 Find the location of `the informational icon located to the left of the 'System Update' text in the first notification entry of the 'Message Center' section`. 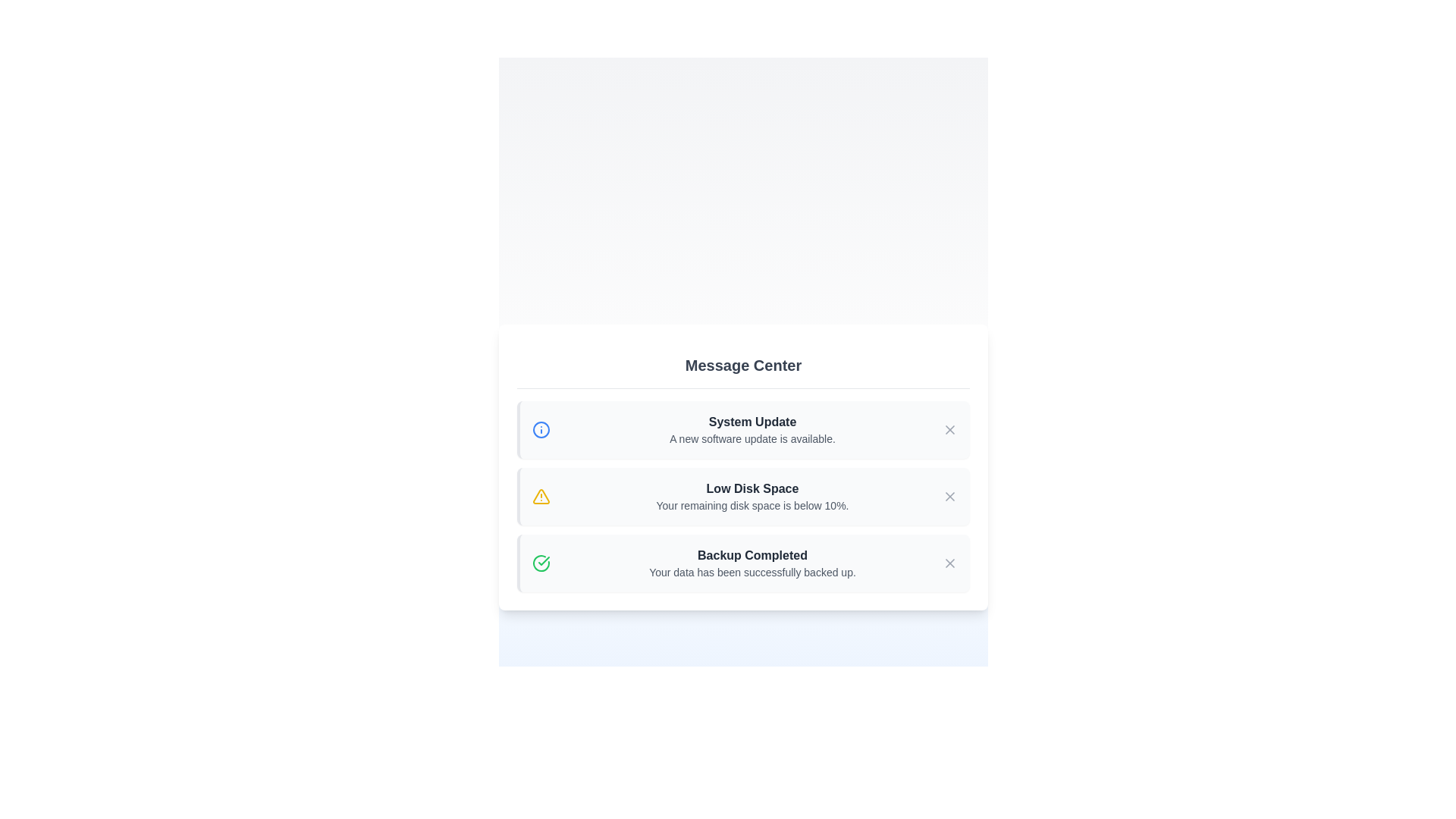

the informational icon located to the left of the 'System Update' text in the first notification entry of the 'Message Center' section is located at coordinates (541, 429).